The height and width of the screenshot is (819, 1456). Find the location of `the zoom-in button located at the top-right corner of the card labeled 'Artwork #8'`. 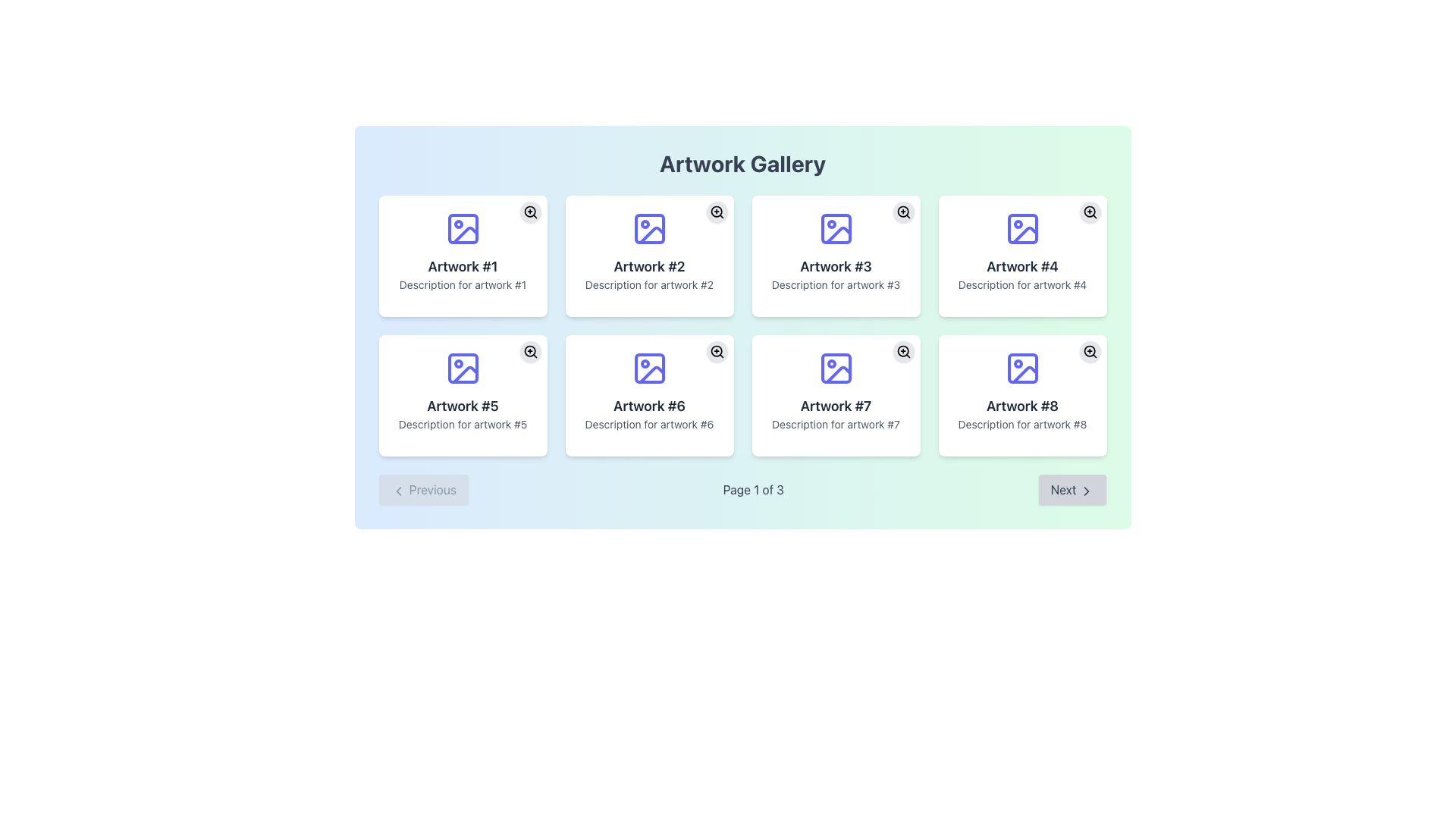

the zoom-in button located at the top-right corner of the card labeled 'Artwork #8' is located at coordinates (1089, 351).